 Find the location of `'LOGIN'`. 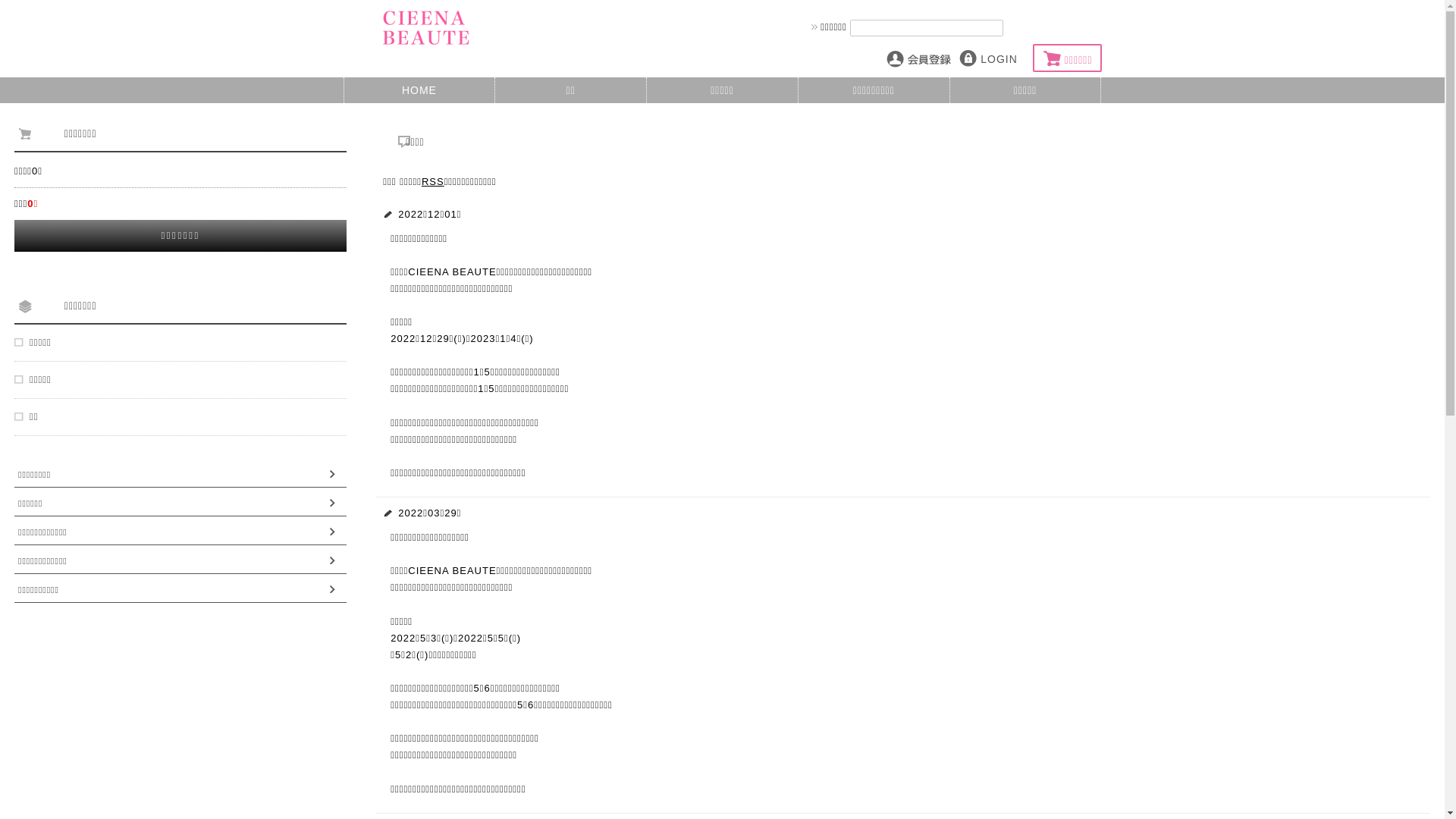

'LOGIN' is located at coordinates (990, 58).